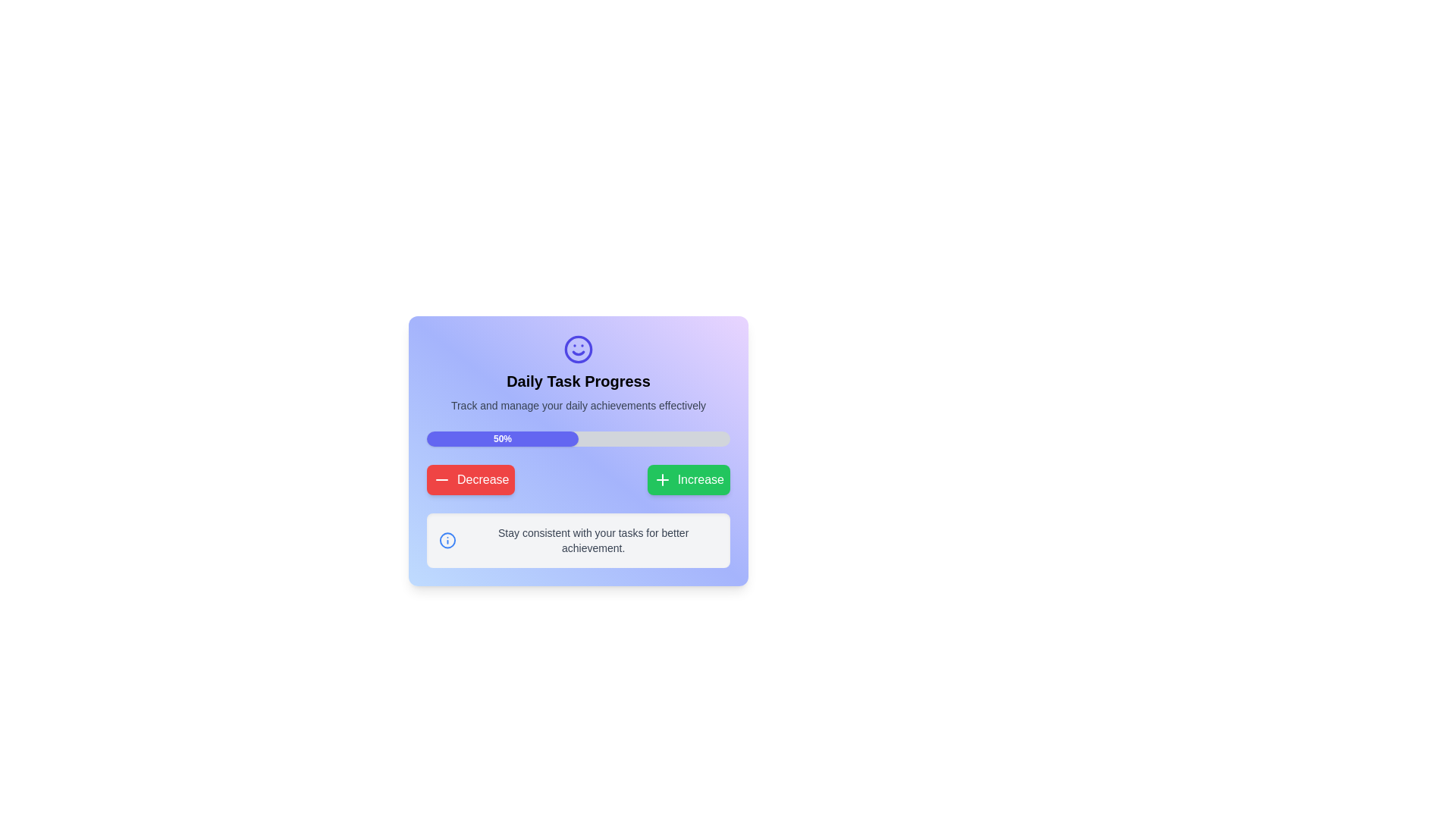 This screenshot has width=1456, height=819. I want to click on the header component that provides a summary and motivational message about daily task progress, so click(578, 374).